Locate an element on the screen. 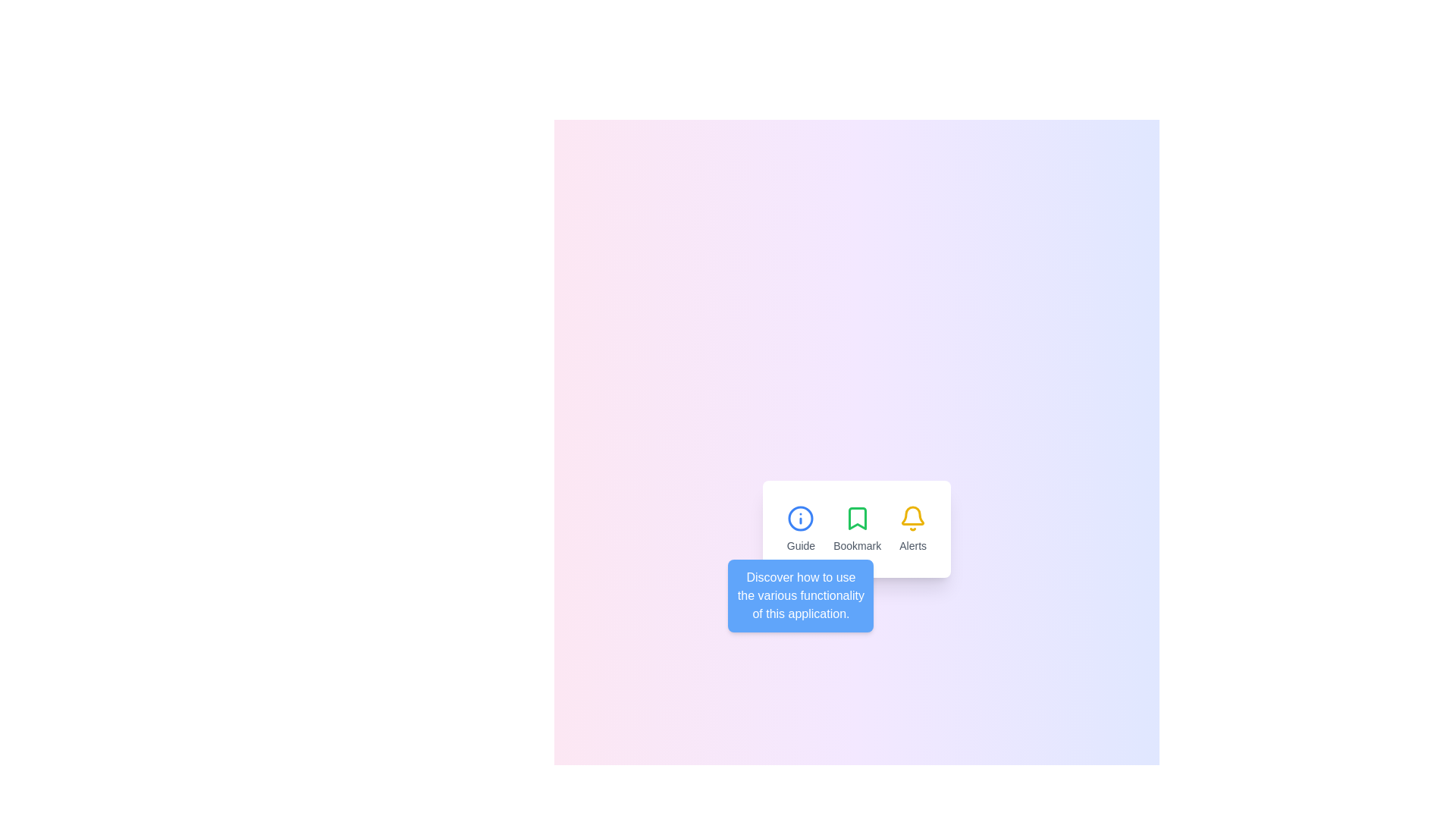 The image size is (1456, 819). the blue circular icon located at the center of the information icon, which is the leftmost of the three icons labeled 'Guide', 'Bookmark', and 'Alerts' is located at coordinates (800, 517).